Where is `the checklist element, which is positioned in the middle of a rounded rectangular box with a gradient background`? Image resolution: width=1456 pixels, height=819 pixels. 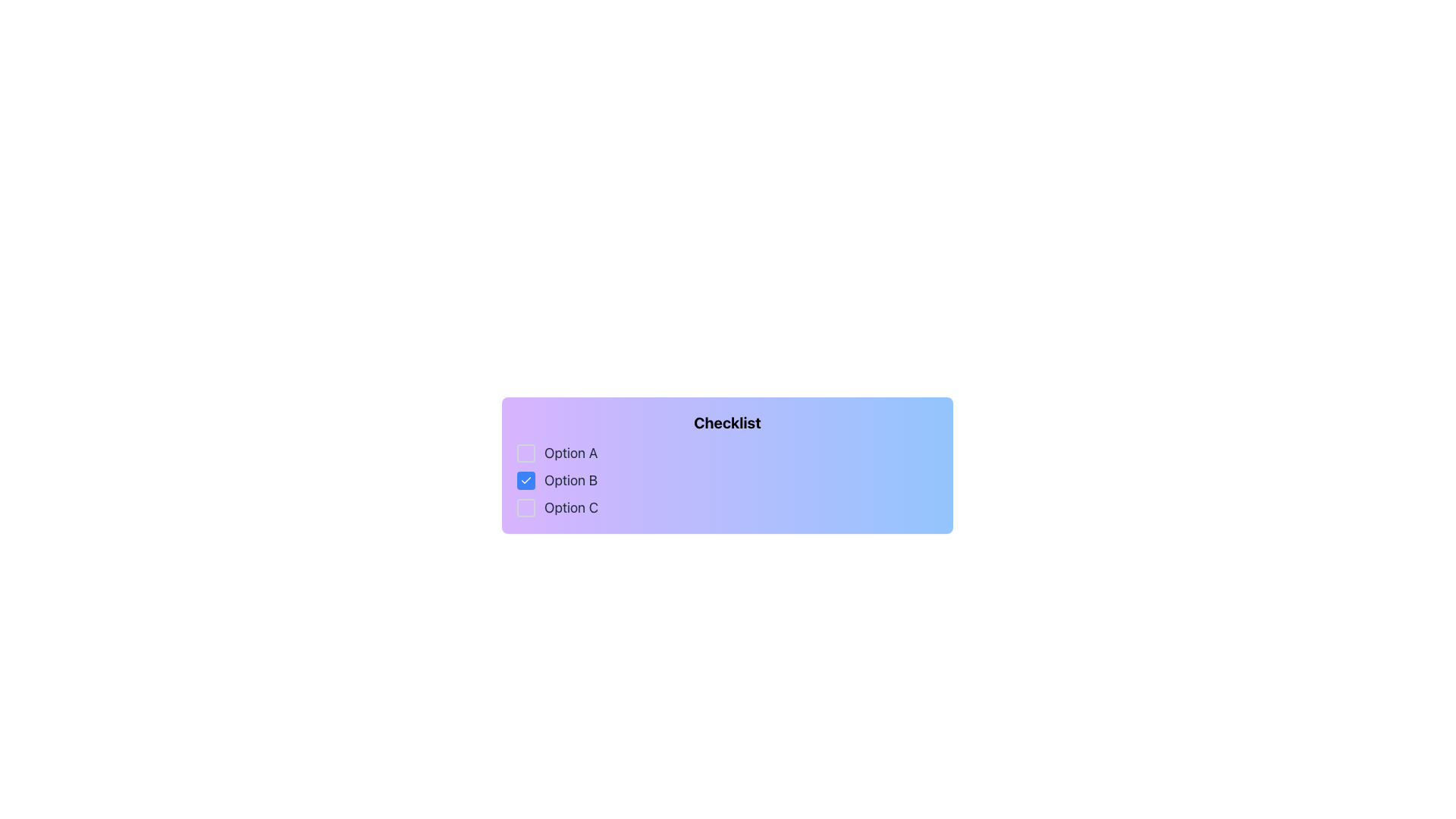
the checklist element, which is positioned in the middle of a rounded rectangular box with a gradient background is located at coordinates (726, 480).